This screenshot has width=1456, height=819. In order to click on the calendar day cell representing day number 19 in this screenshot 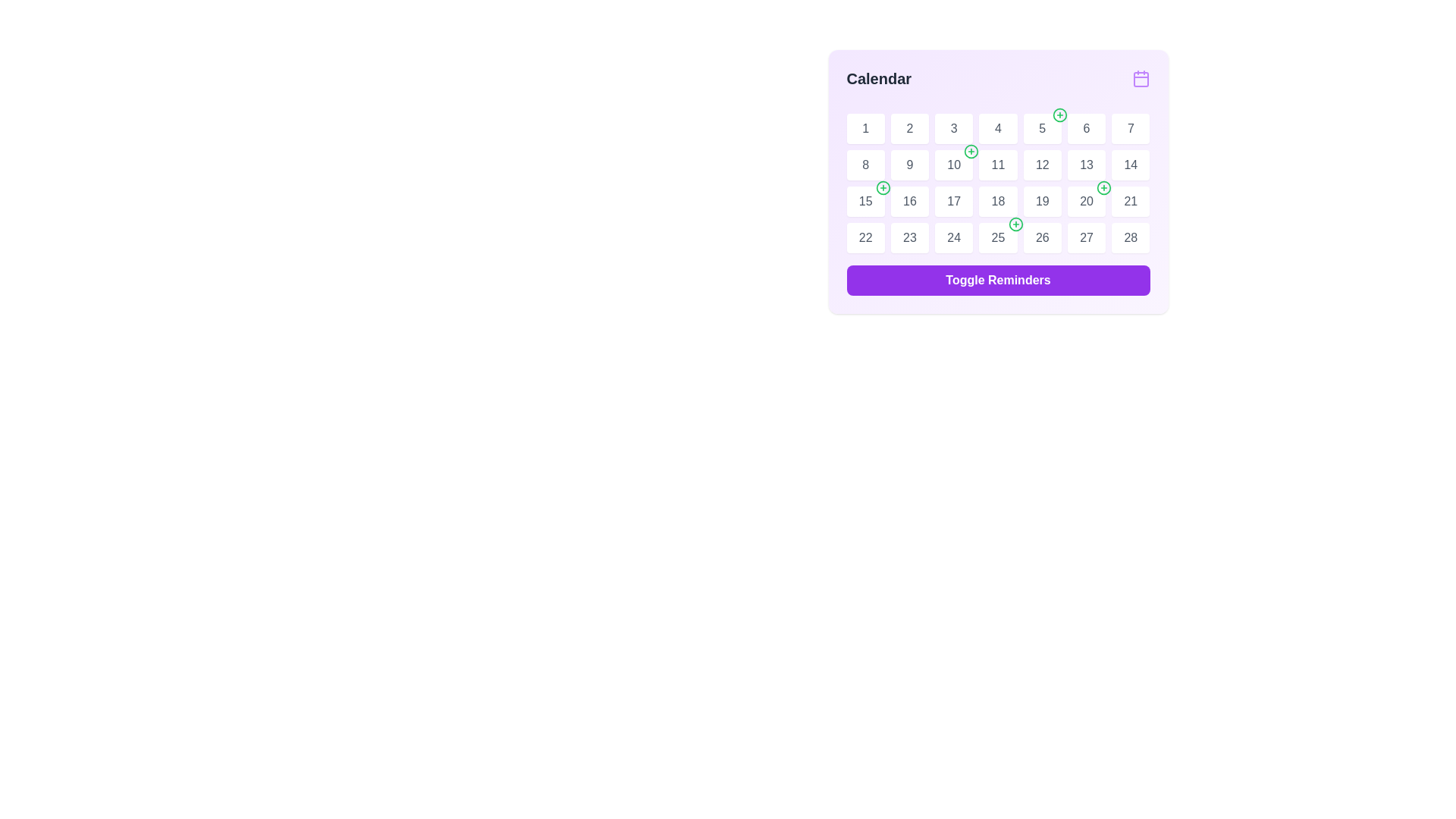, I will do `click(1041, 201)`.